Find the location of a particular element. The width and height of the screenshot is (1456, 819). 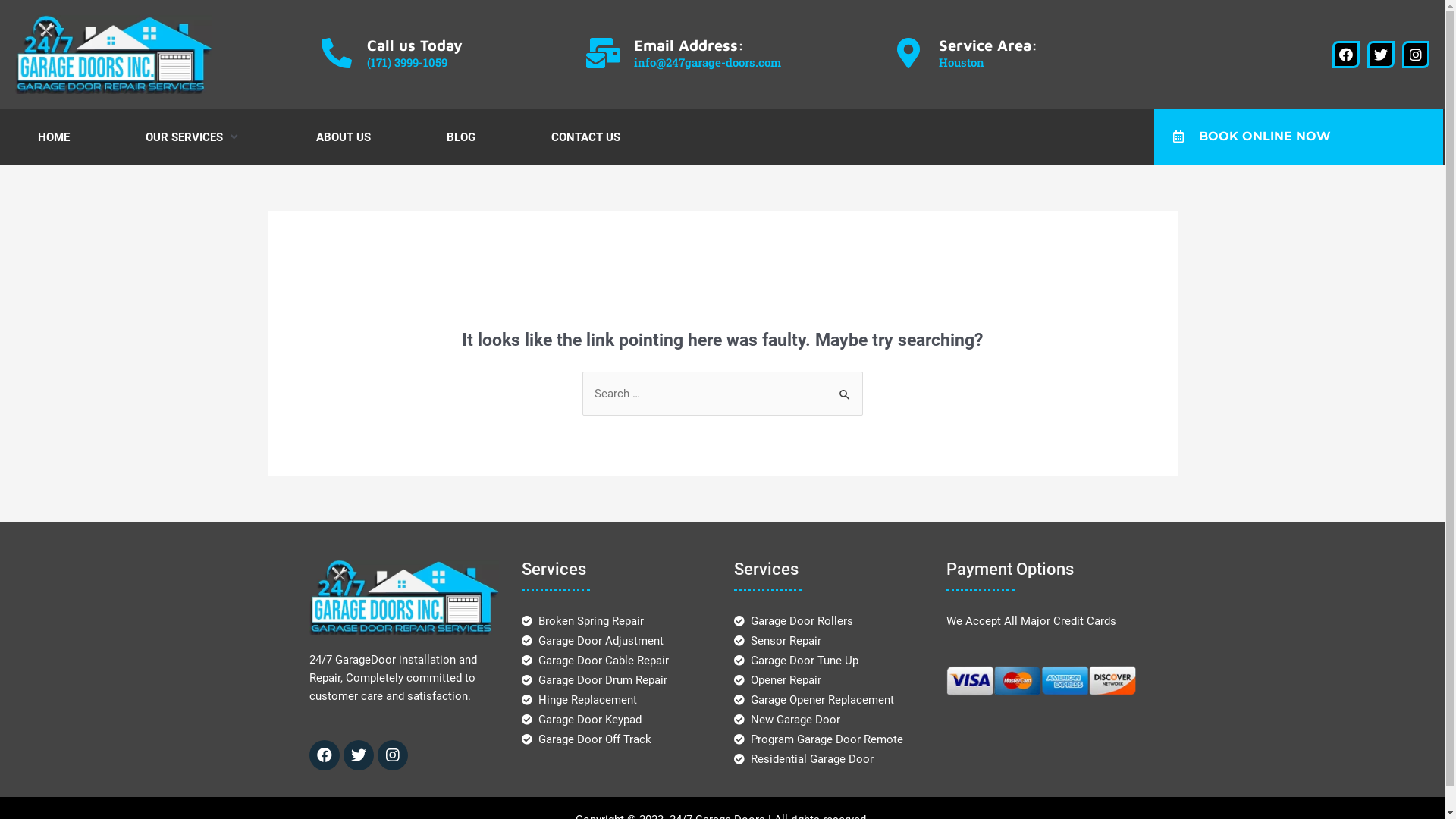

'Garage Opener Replacement' is located at coordinates (814, 699).